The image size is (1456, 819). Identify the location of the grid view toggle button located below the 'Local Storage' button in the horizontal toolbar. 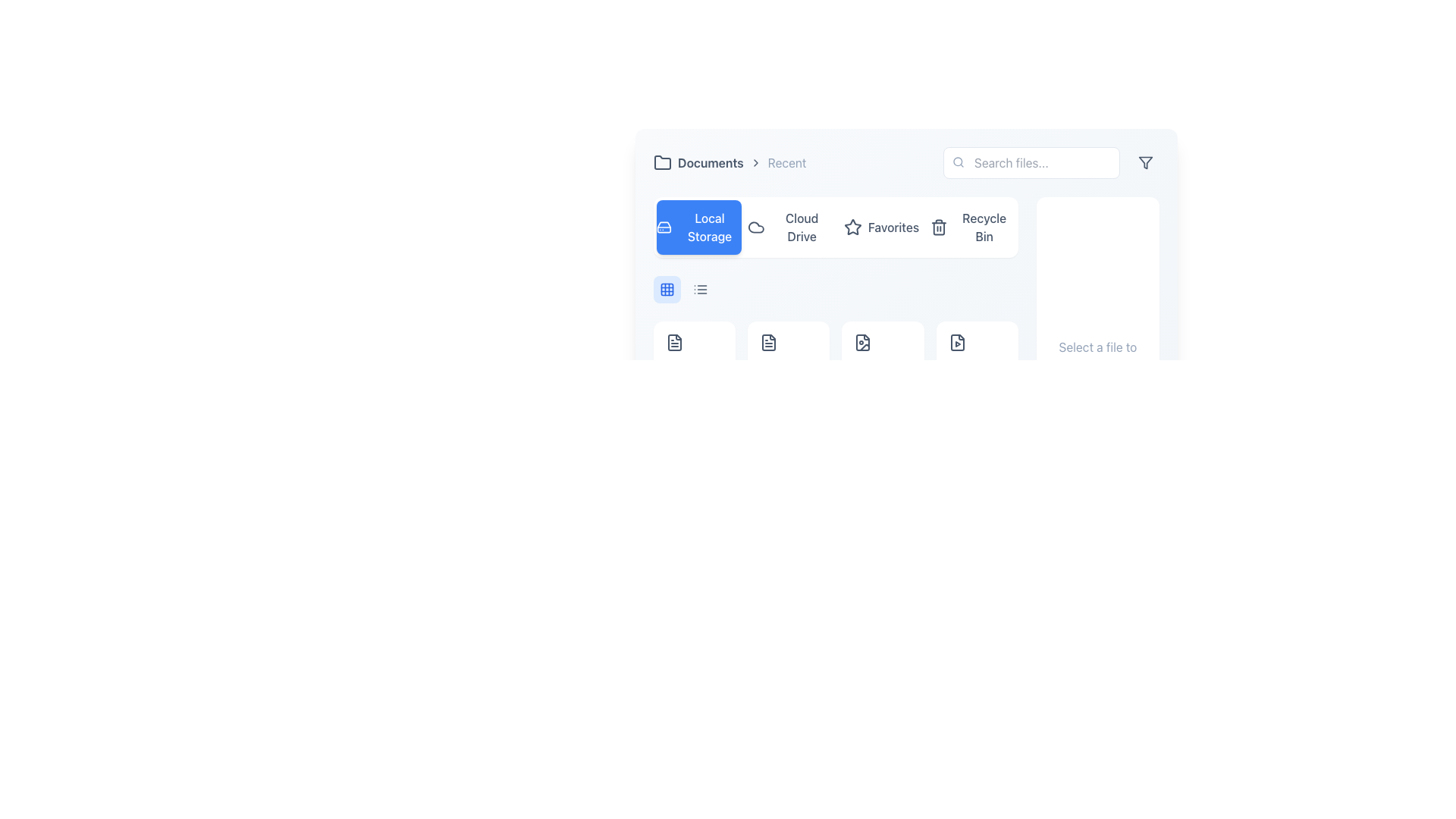
(667, 289).